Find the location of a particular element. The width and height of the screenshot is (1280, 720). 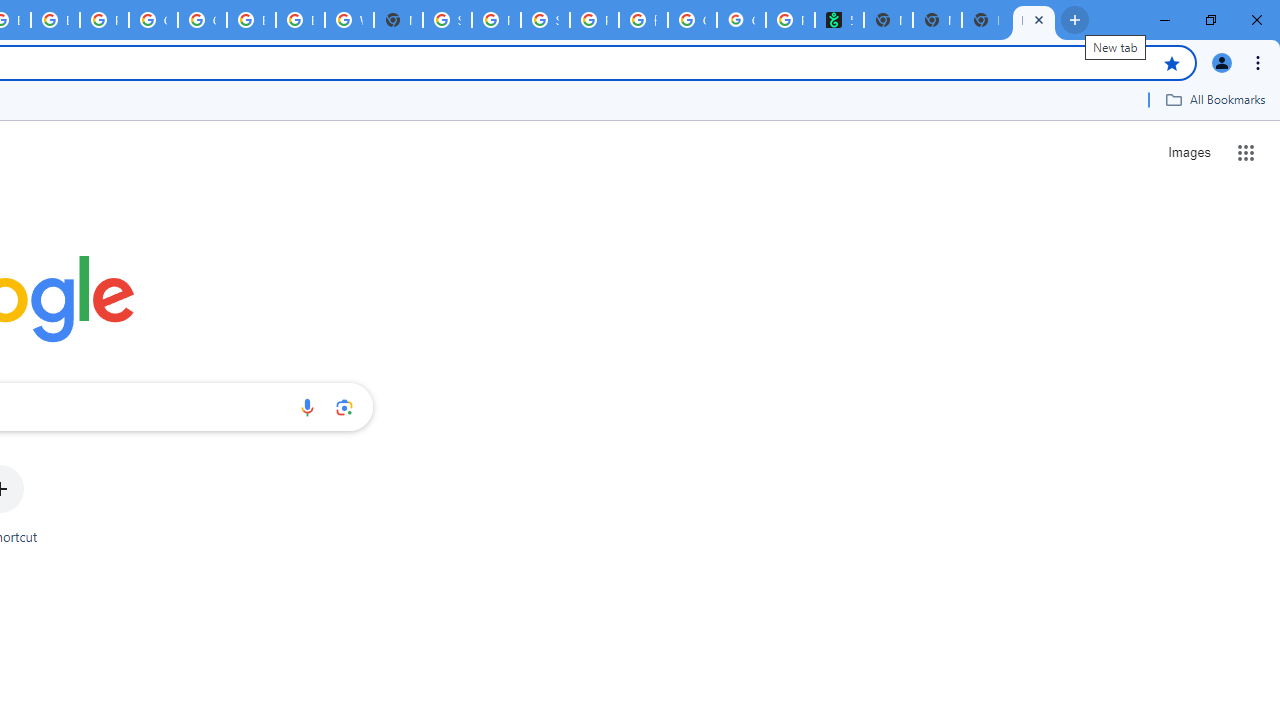

'Google Cloud Platform' is located at coordinates (202, 20).